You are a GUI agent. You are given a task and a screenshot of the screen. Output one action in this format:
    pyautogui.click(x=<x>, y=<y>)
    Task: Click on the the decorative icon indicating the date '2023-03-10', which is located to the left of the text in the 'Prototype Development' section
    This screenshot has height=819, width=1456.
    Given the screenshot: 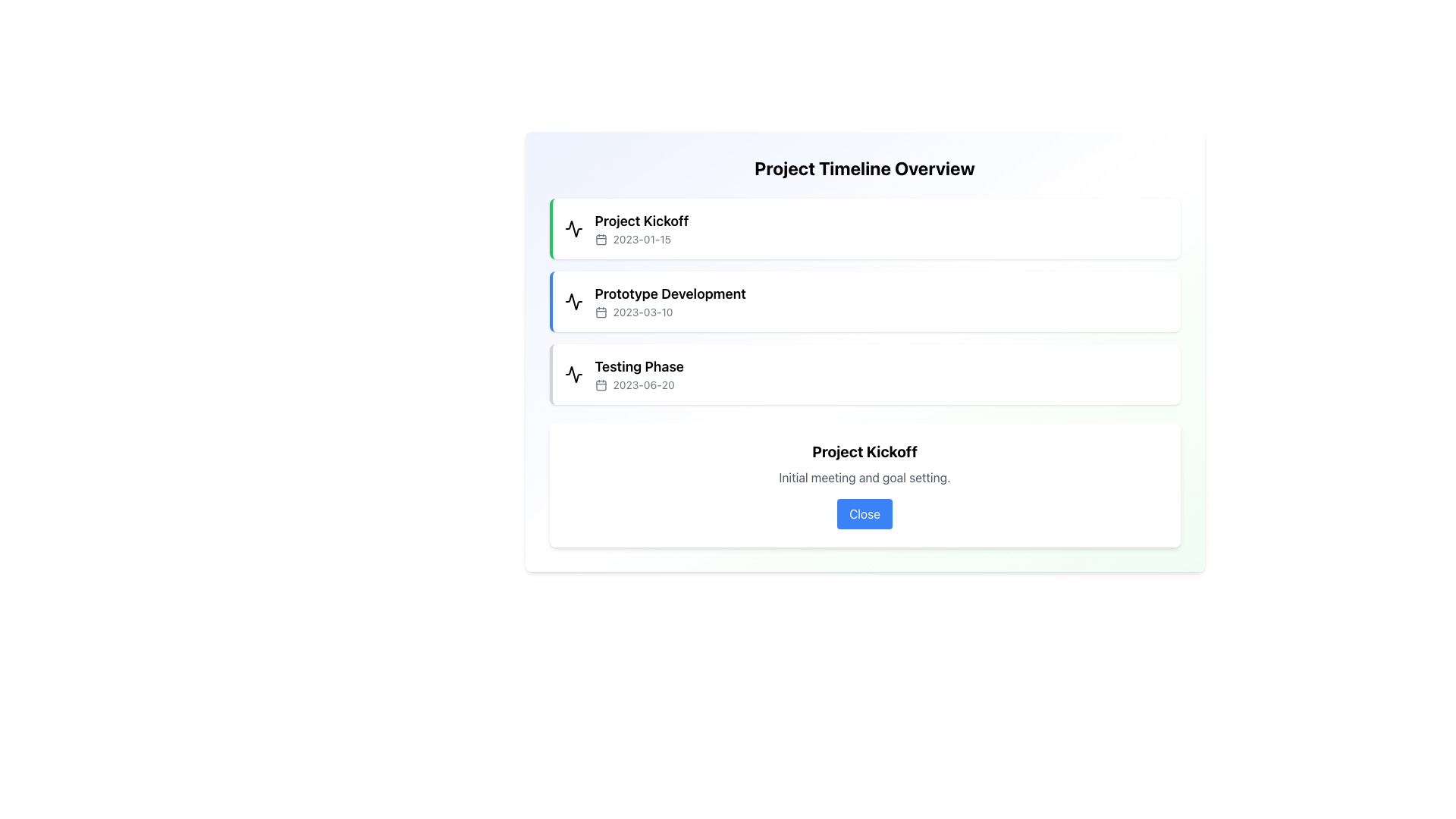 What is the action you would take?
    pyautogui.click(x=600, y=312)
    